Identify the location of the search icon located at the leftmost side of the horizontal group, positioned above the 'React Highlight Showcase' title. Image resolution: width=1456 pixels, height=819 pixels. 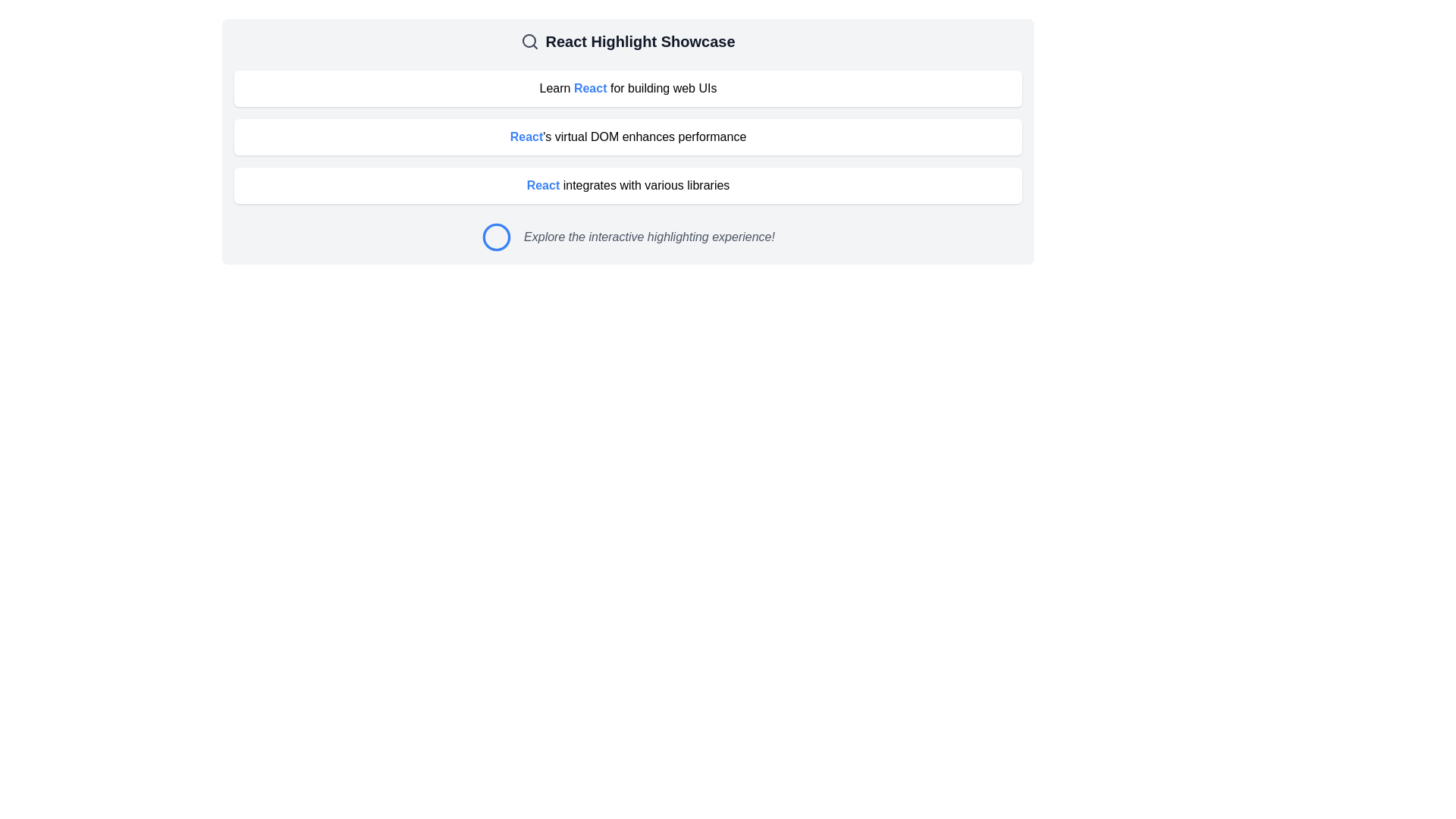
(530, 40).